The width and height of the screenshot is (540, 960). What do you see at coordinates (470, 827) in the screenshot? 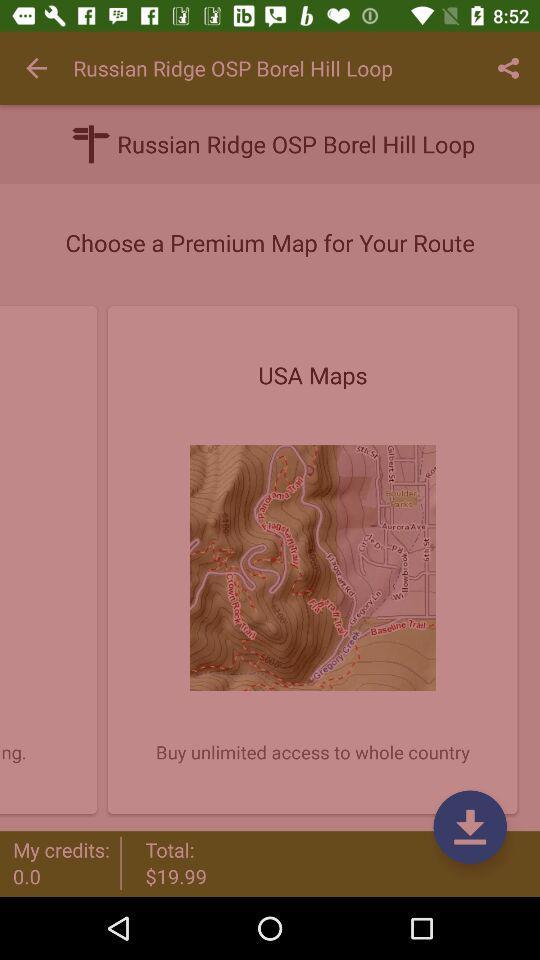
I see `the file_download icon` at bounding box center [470, 827].